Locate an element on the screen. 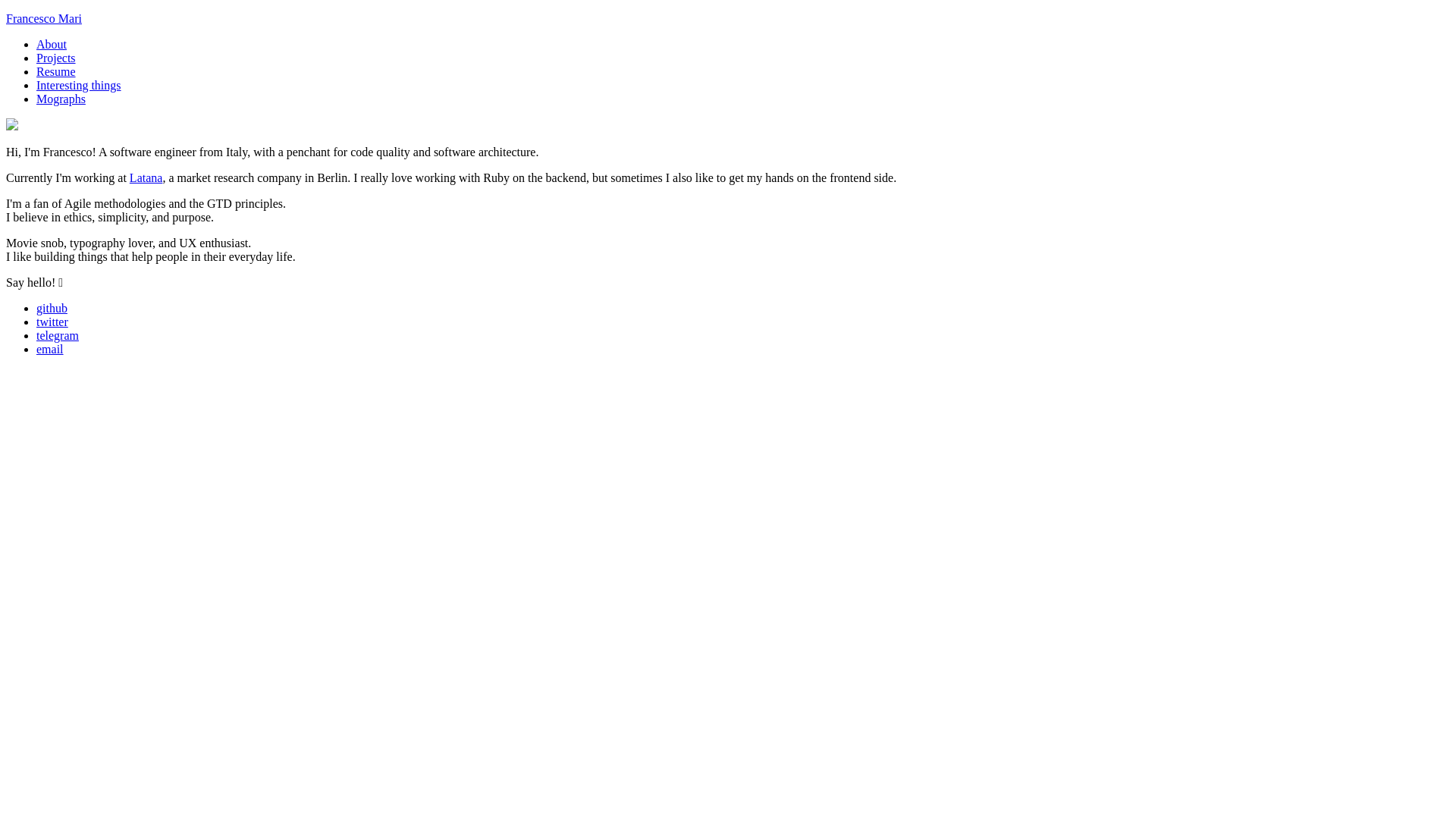  'Resume' is located at coordinates (55, 71).